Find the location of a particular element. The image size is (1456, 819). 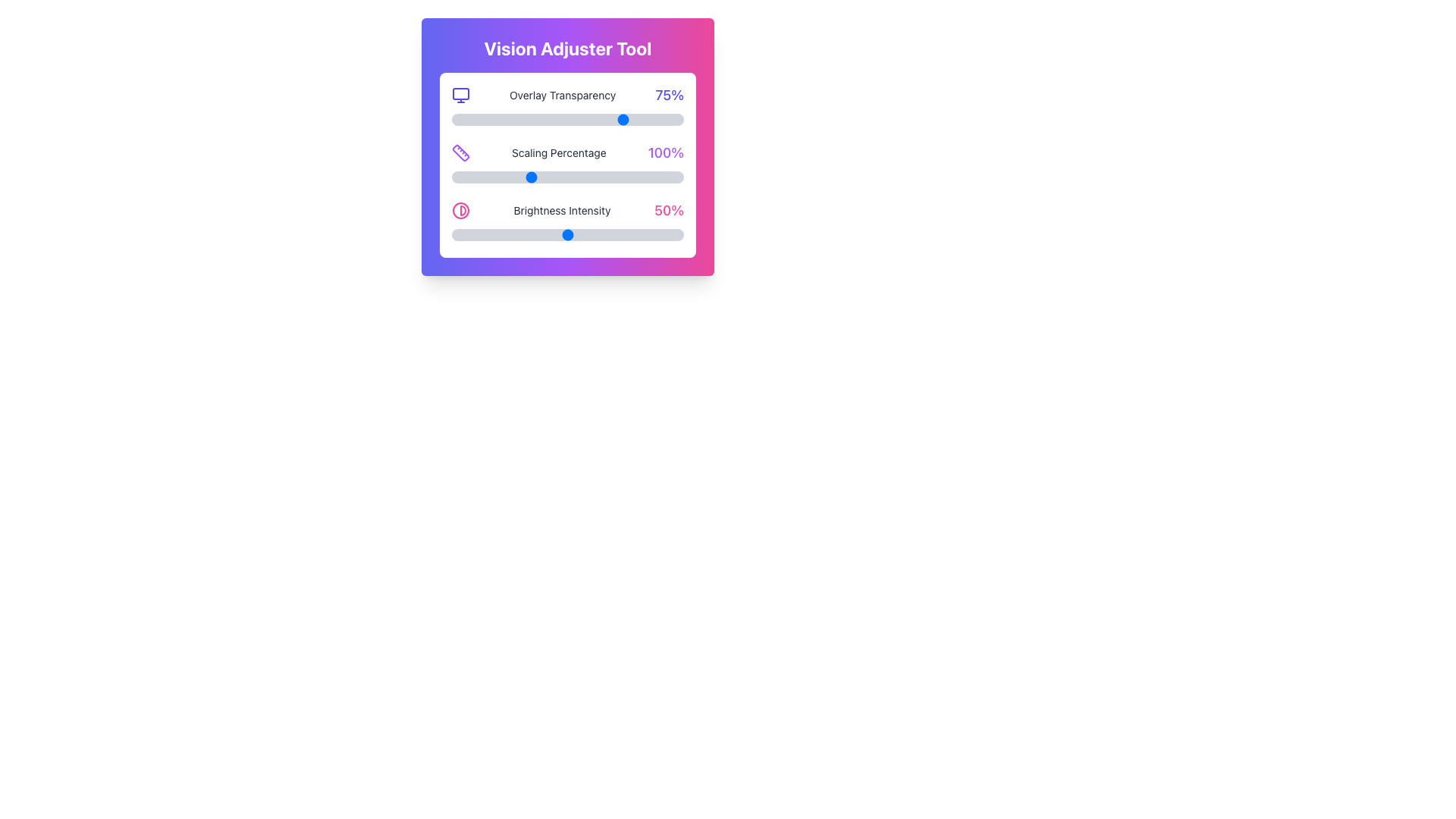

the scaling percentage is located at coordinates (559, 177).